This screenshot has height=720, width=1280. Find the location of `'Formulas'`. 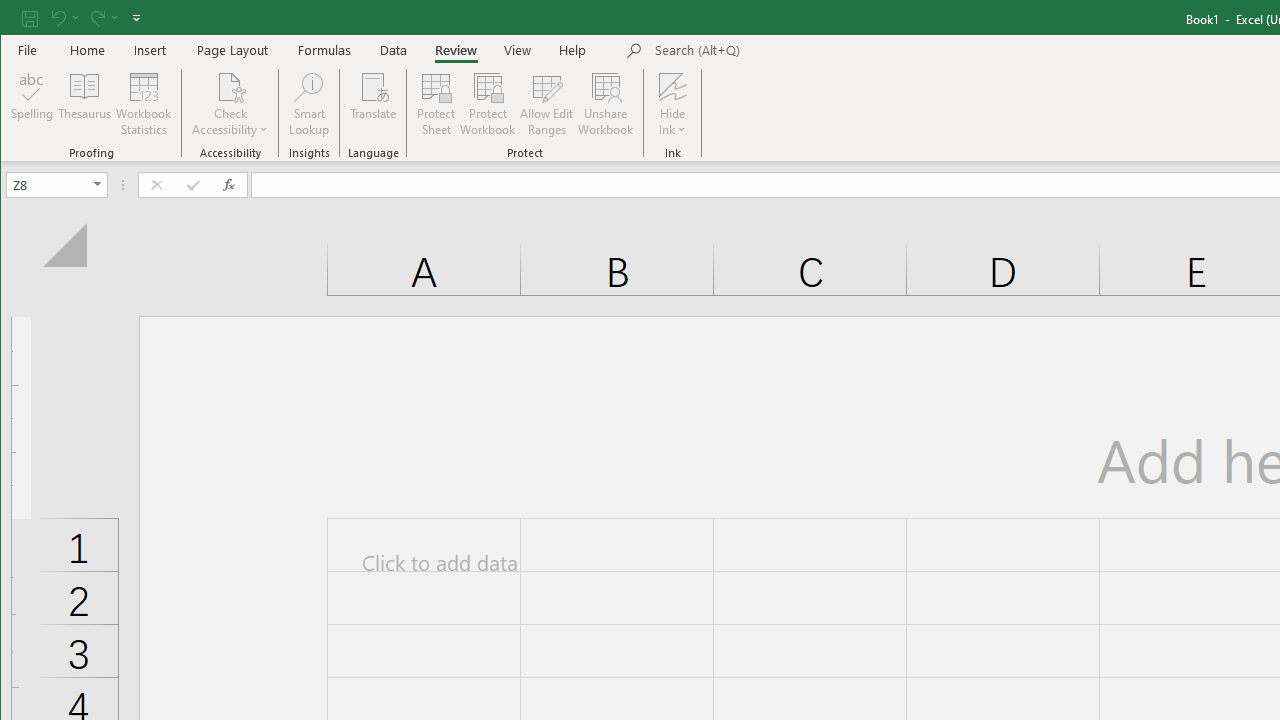

'Formulas' is located at coordinates (325, 49).